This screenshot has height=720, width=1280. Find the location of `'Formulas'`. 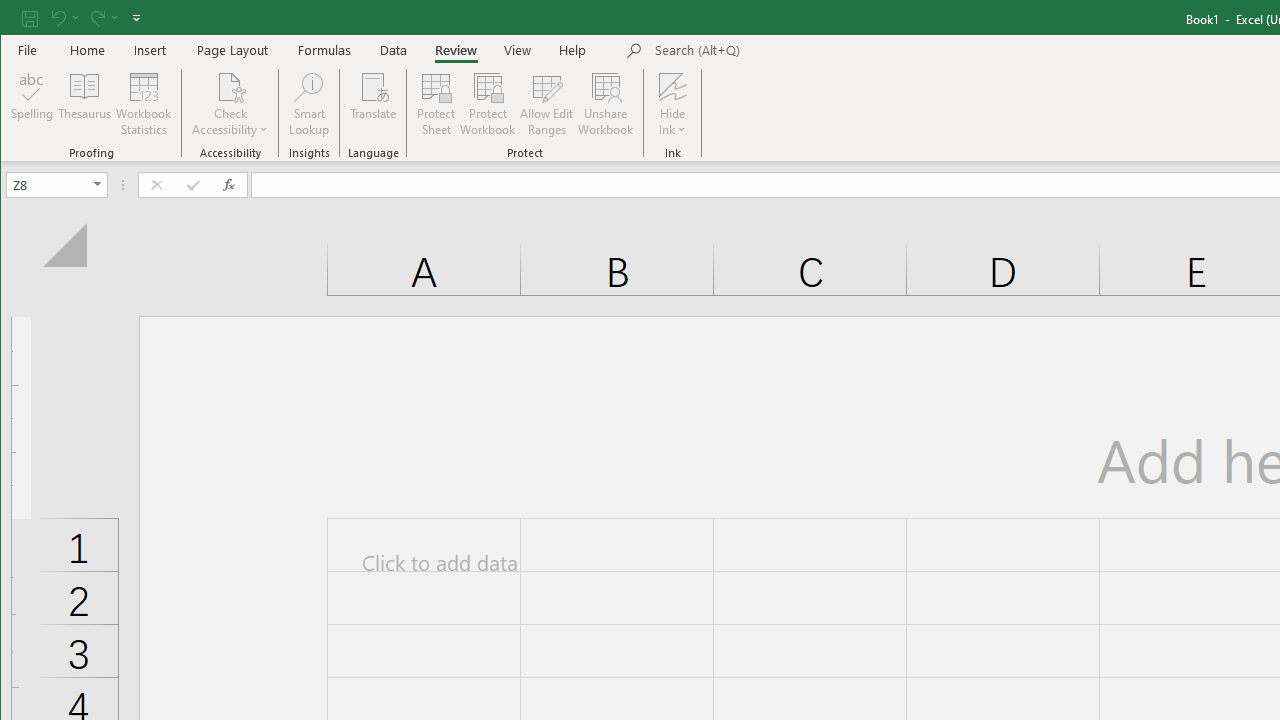

'Formulas' is located at coordinates (325, 49).